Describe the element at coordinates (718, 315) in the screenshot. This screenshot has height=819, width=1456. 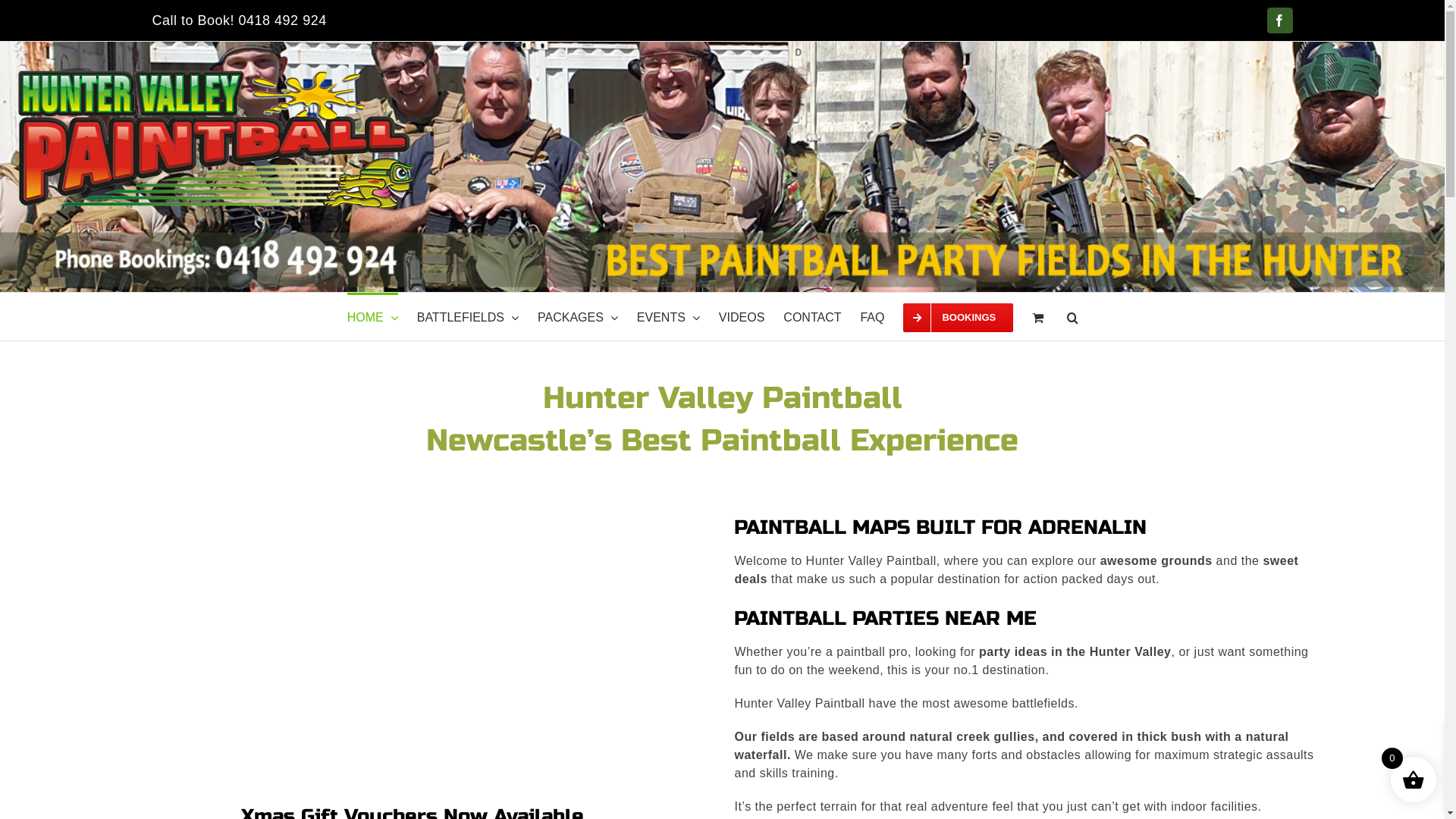
I see `'VIDEOS'` at that location.